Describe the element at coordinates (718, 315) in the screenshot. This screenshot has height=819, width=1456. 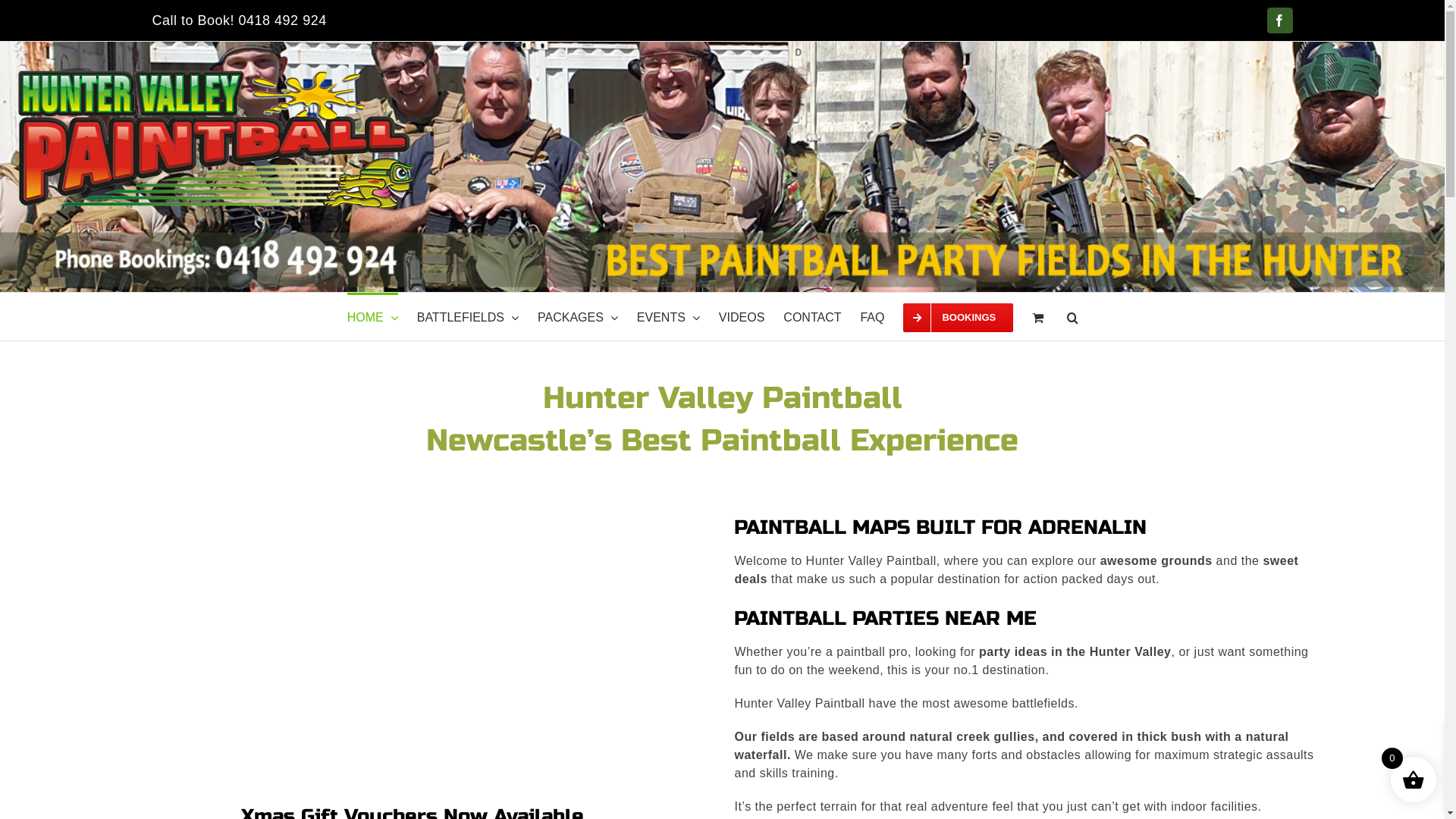
I see `'VIDEOS'` at that location.